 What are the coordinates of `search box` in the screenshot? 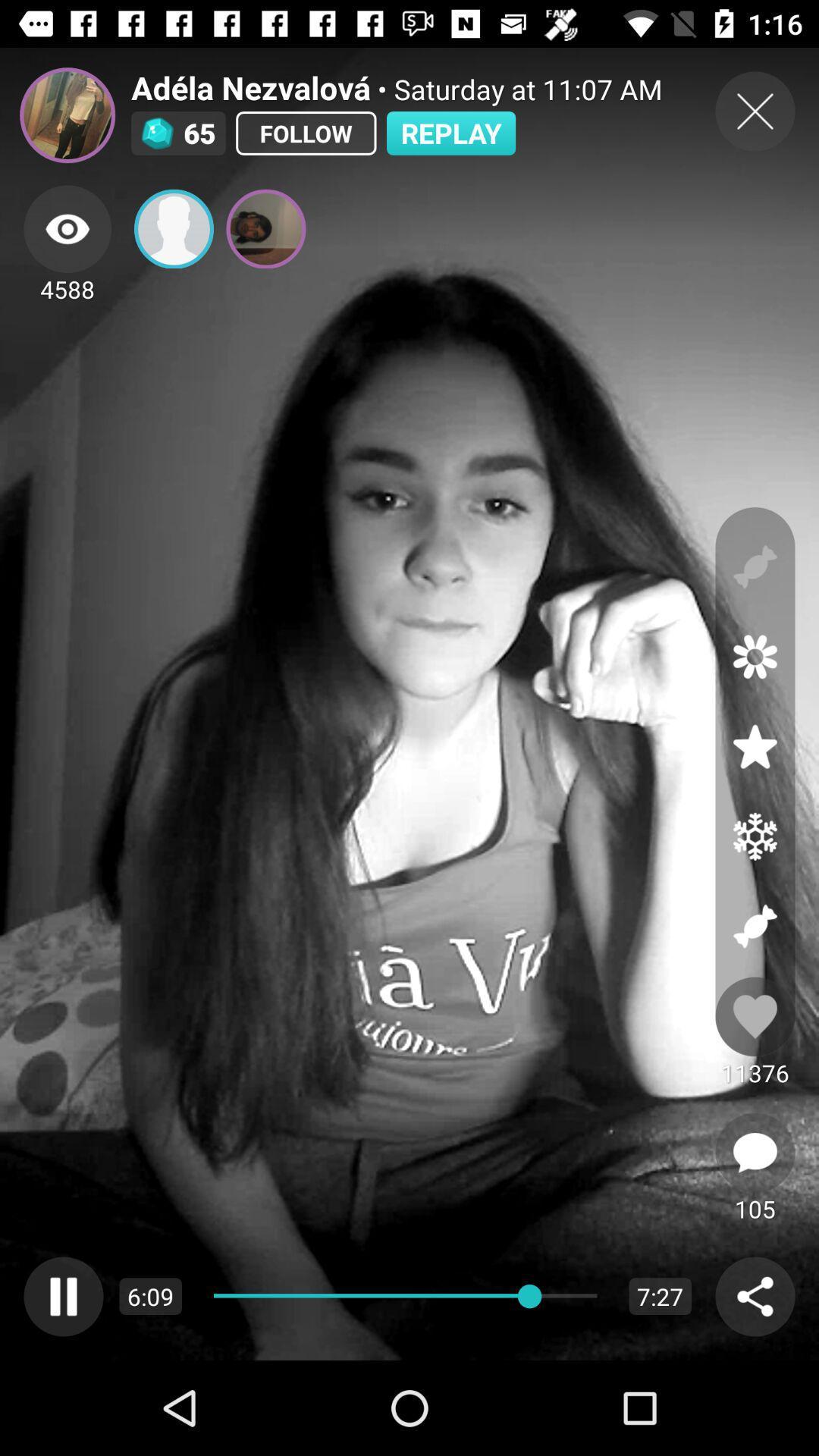 It's located at (755, 1295).